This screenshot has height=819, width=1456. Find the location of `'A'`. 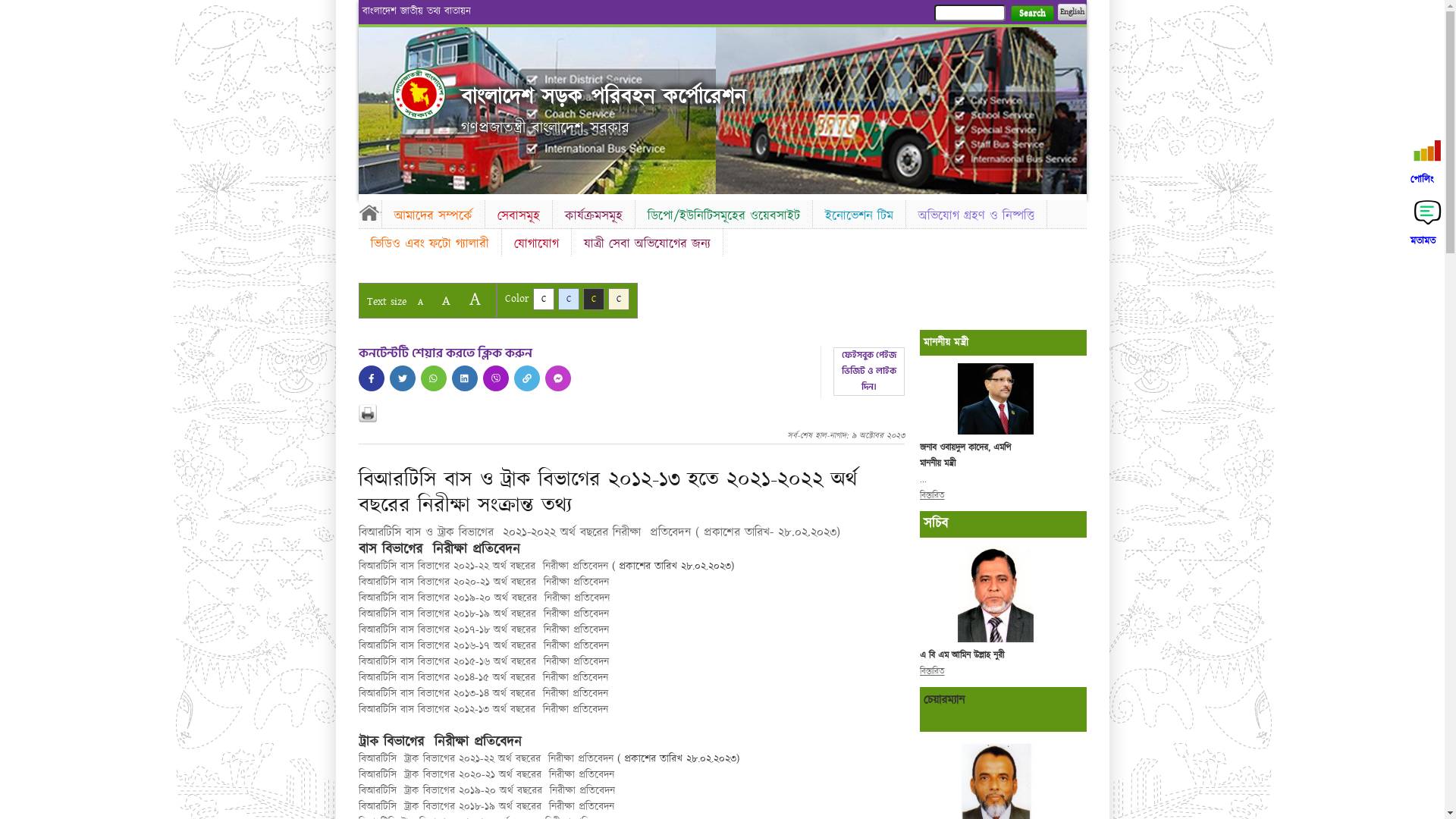

'A' is located at coordinates (444, 300).